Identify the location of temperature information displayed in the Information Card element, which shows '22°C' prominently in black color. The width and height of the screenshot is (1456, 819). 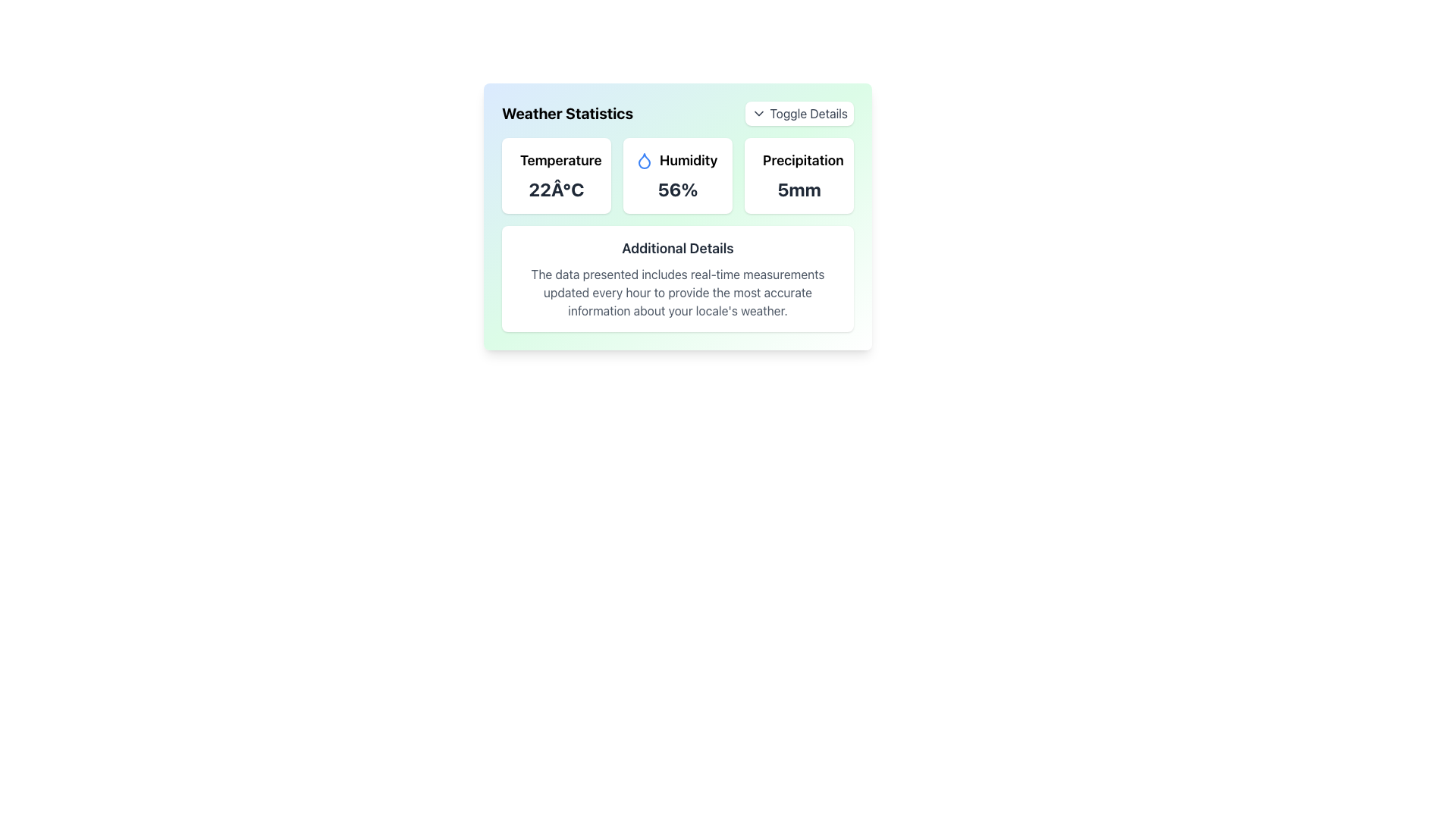
(556, 174).